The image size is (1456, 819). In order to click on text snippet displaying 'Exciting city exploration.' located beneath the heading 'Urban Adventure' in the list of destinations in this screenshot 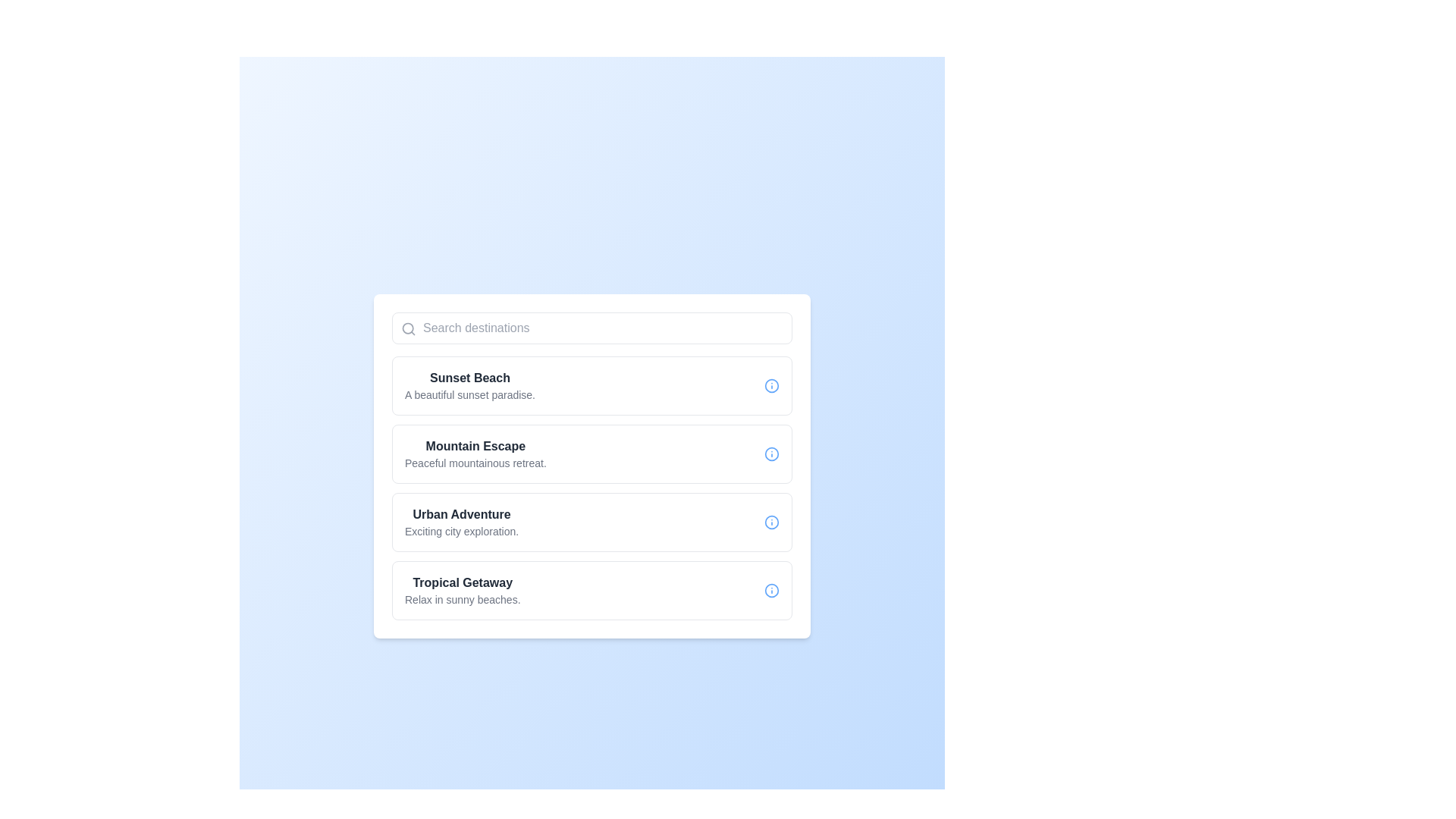, I will do `click(461, 531)`.